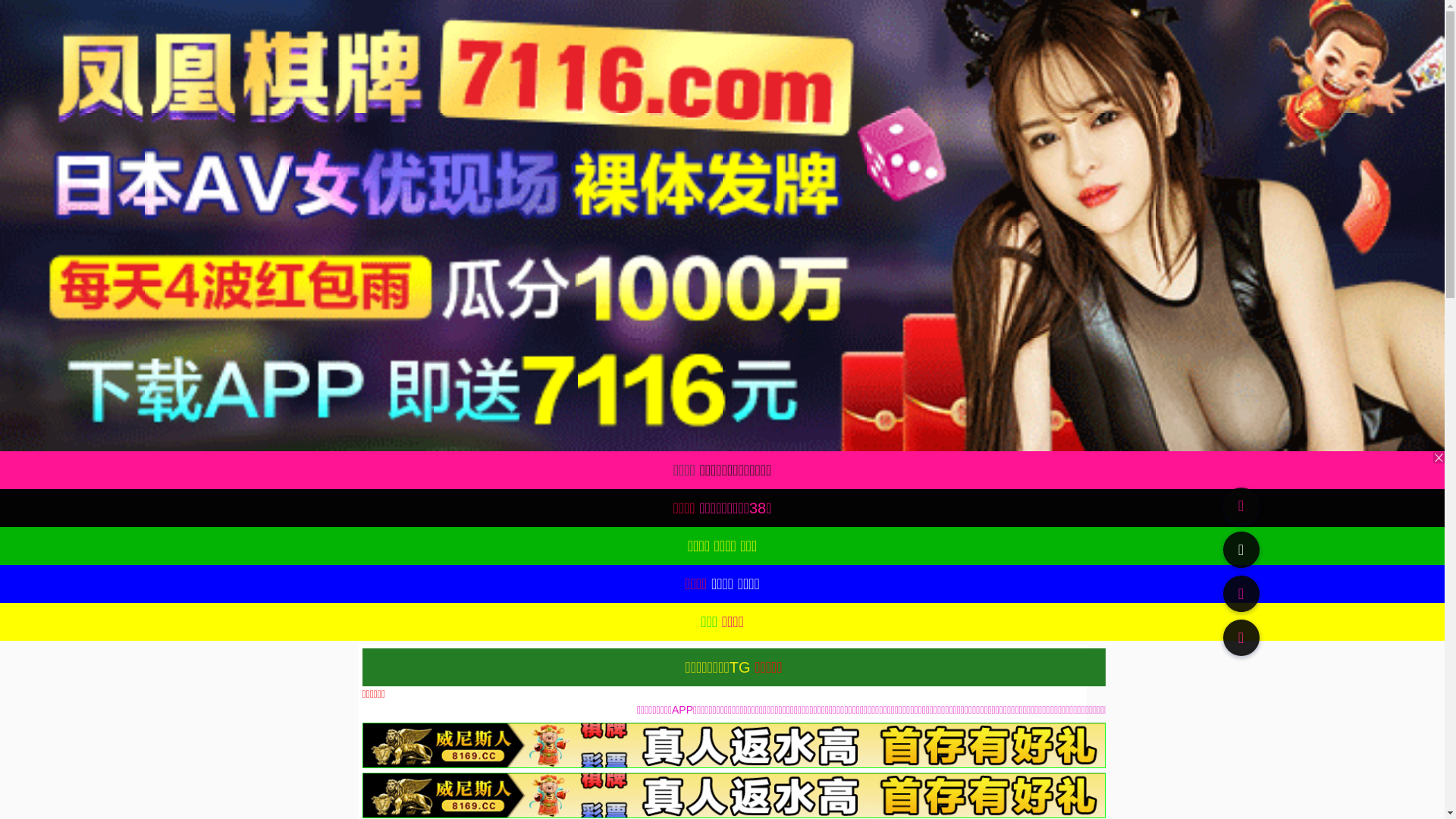 The image size is (1456, 819). What do you see at coordinates (1241, 593) in the screenshot?
I see `'91TV'` at bounding box center [1241, 593].